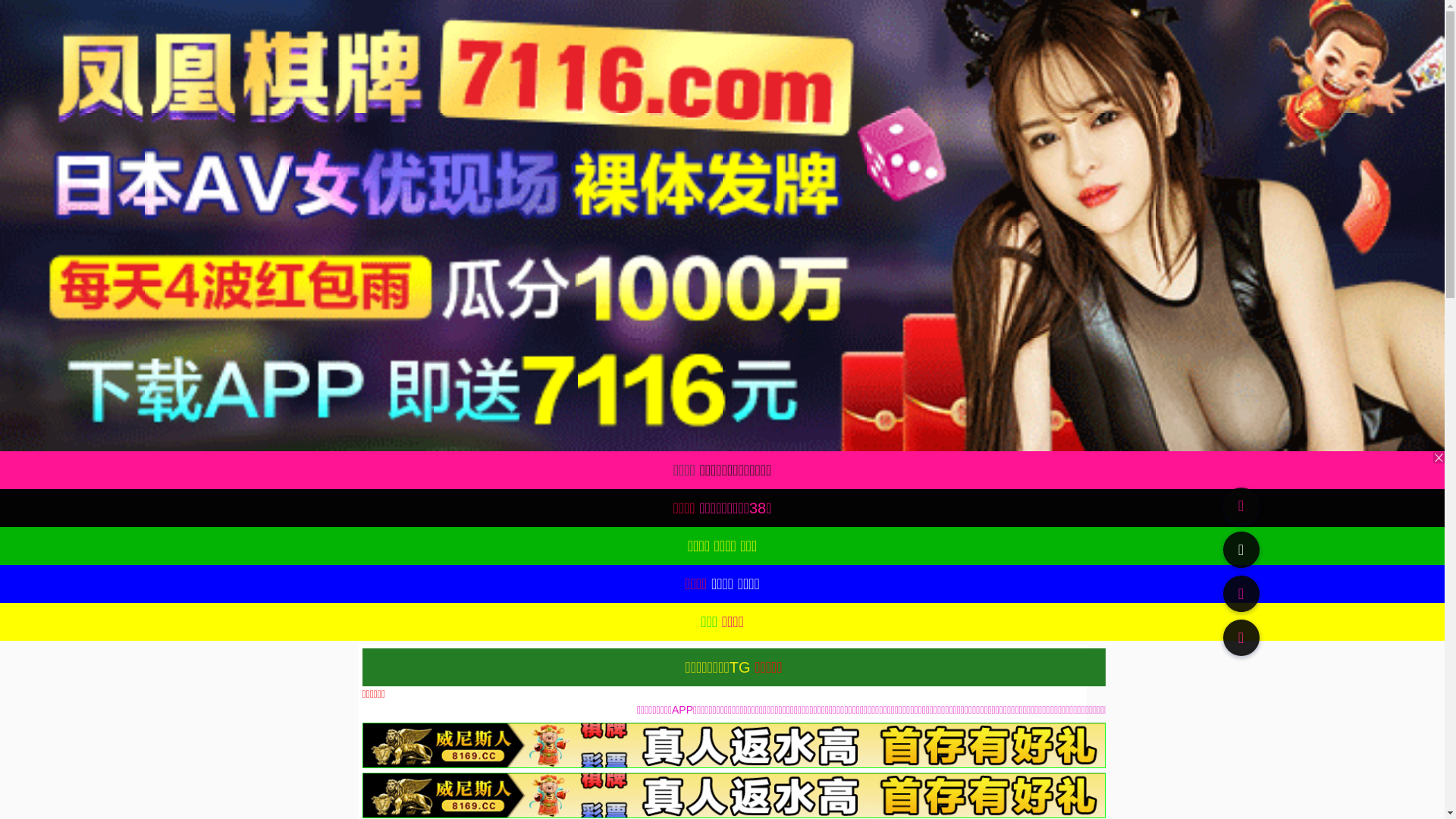 The image size is (1456, 819). What do you see at coordinates (1241, 593) in the screenshot?
I see `'91TV'` at bounding box center [1241, 593].